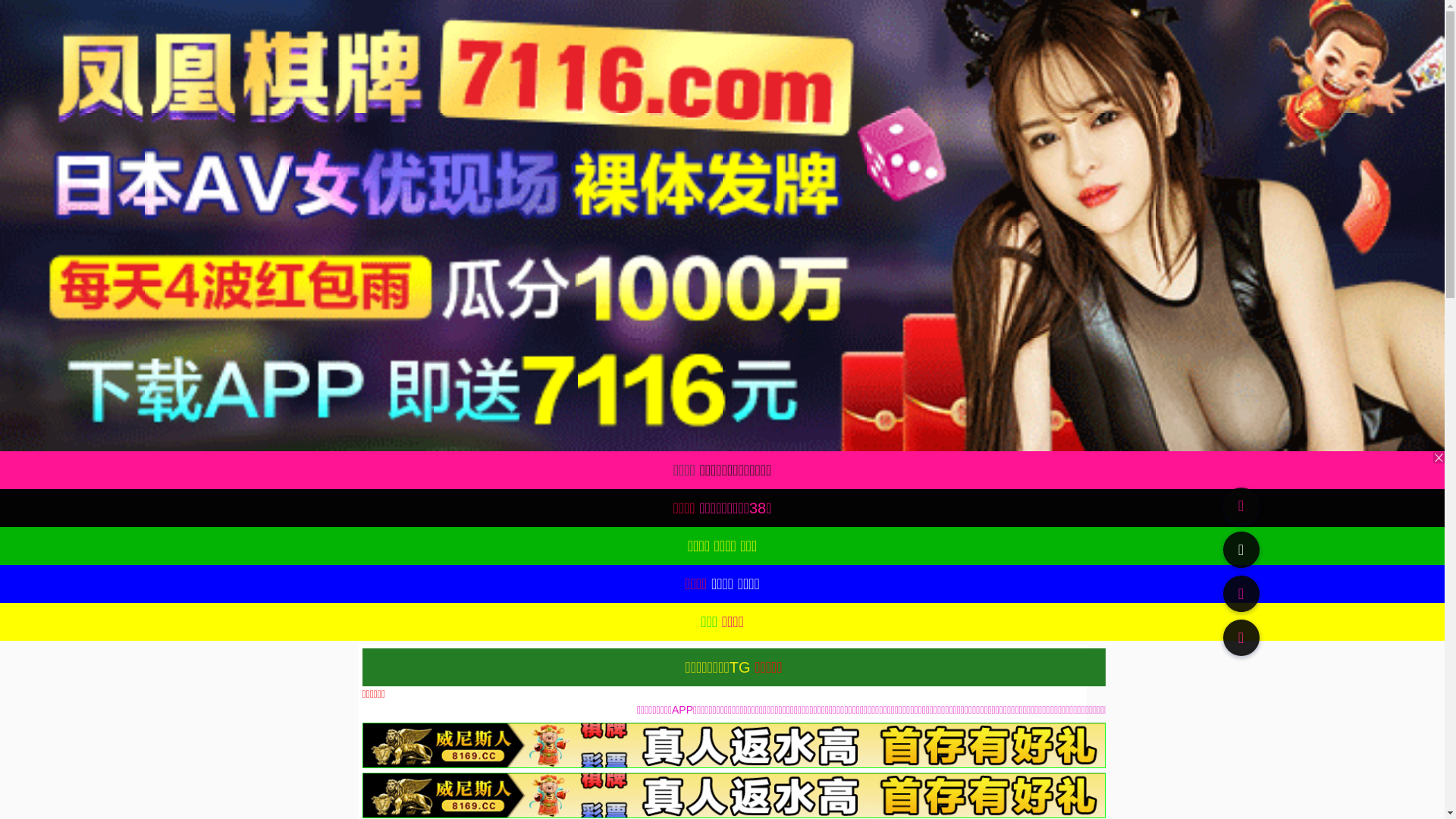 The image size is (1456, 819). What do you see at coordinates (1241, 593) in the screenshot?
I see `'91TV'` at bounding box center [1241, 593].